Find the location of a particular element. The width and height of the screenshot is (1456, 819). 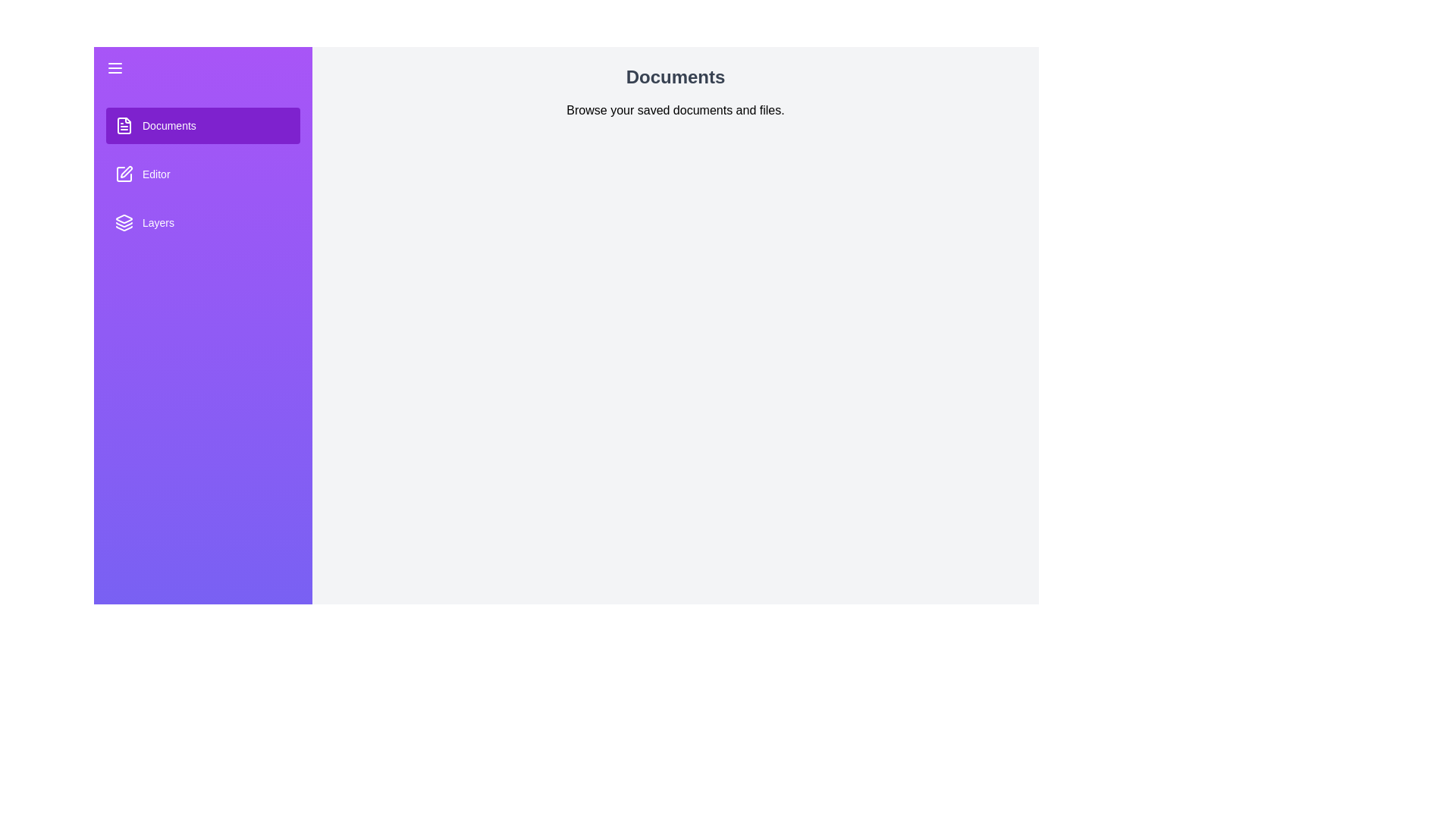

the section icon for Layers to inspect it is located at coordinates (124, 222).